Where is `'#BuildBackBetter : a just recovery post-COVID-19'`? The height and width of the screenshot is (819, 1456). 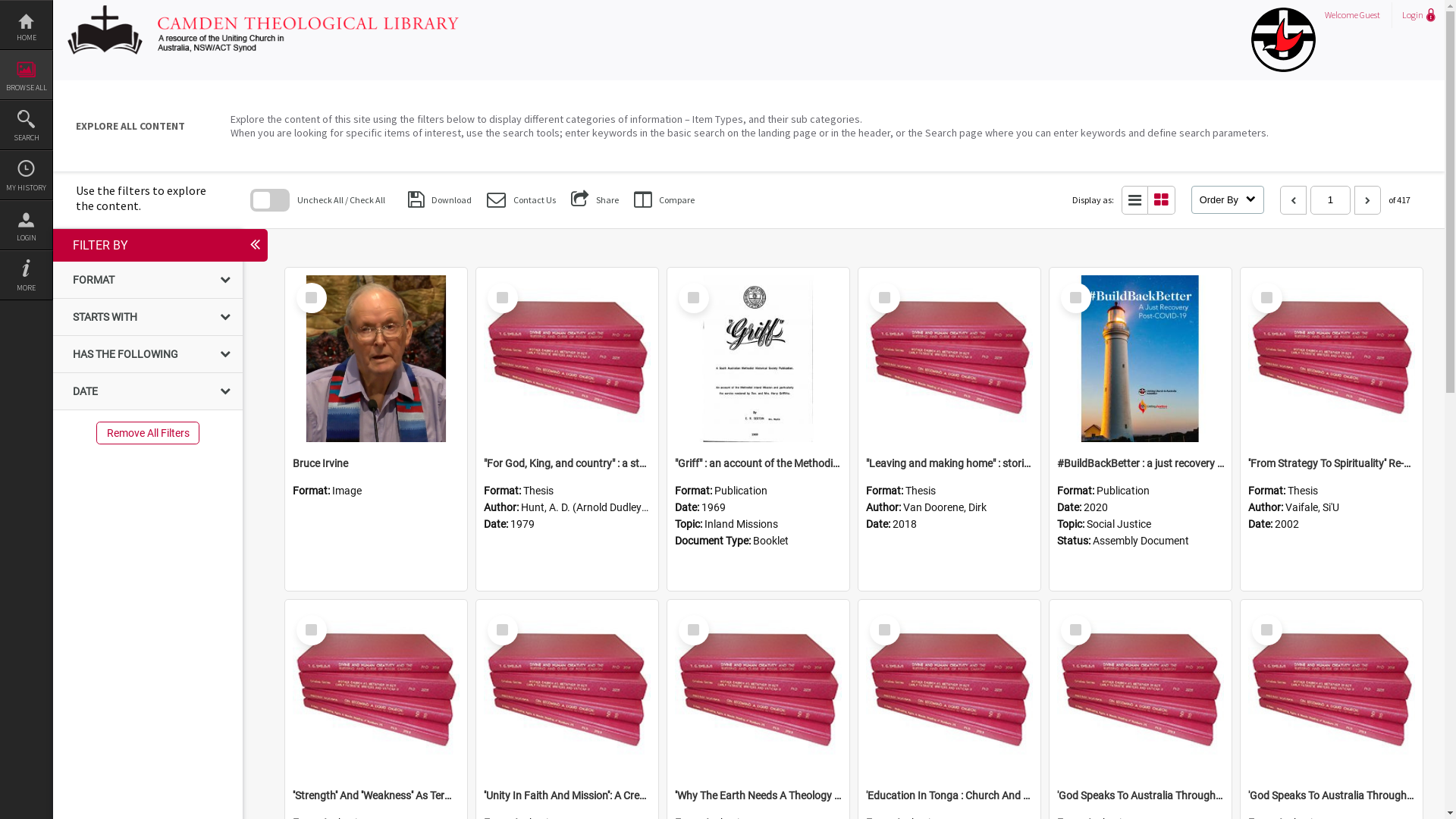
'#BuildBackBetter : a just recovery post-COVID-19' is located at coordinates (1140, 462).